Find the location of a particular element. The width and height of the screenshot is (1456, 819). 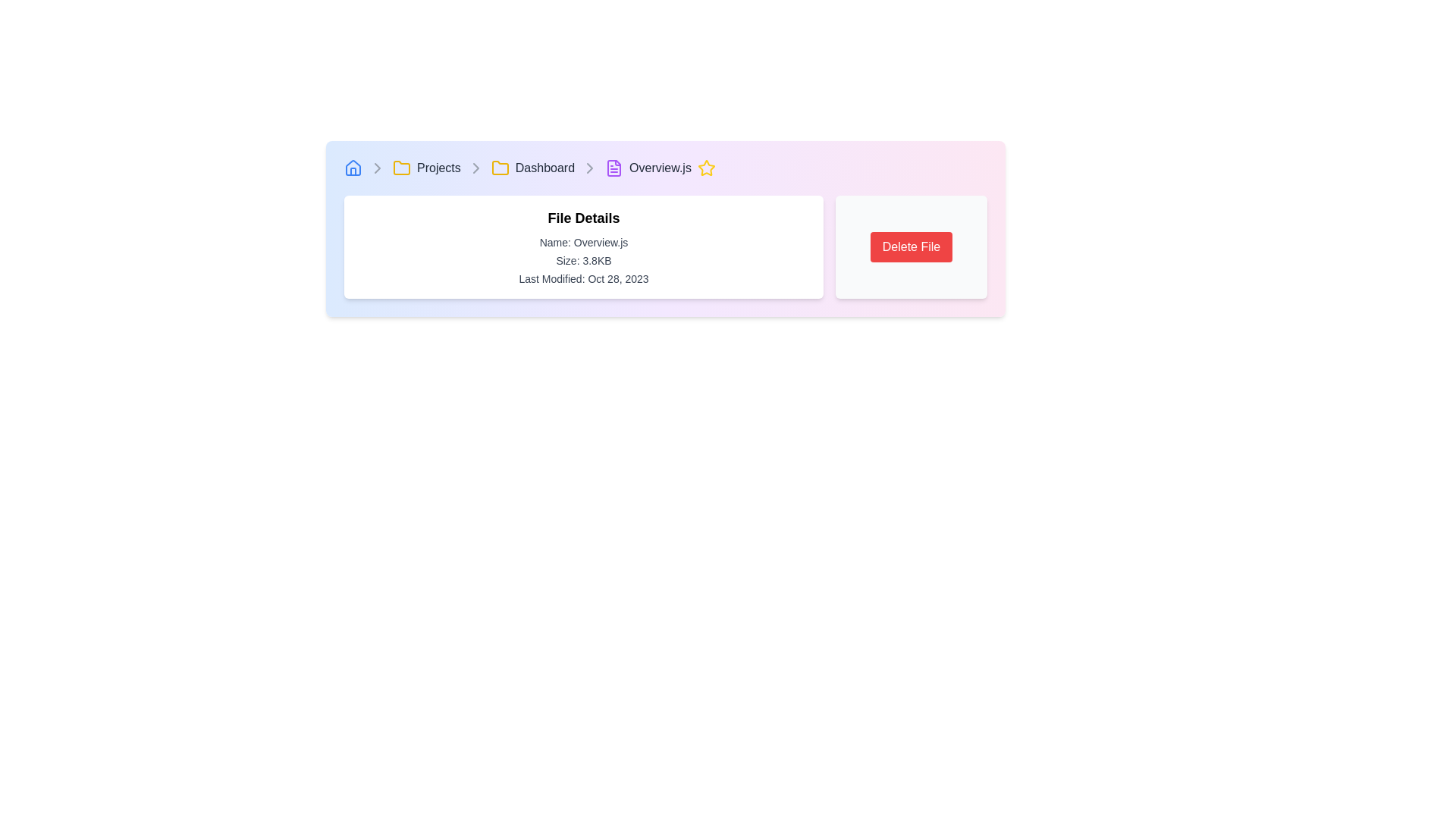

the Informational Panel, which is a rectangular section with a gradient background transitioning from light blue to purple to pink shades, located centrally below the breadcrumb navigation bar is located at coordinates (666, 228).